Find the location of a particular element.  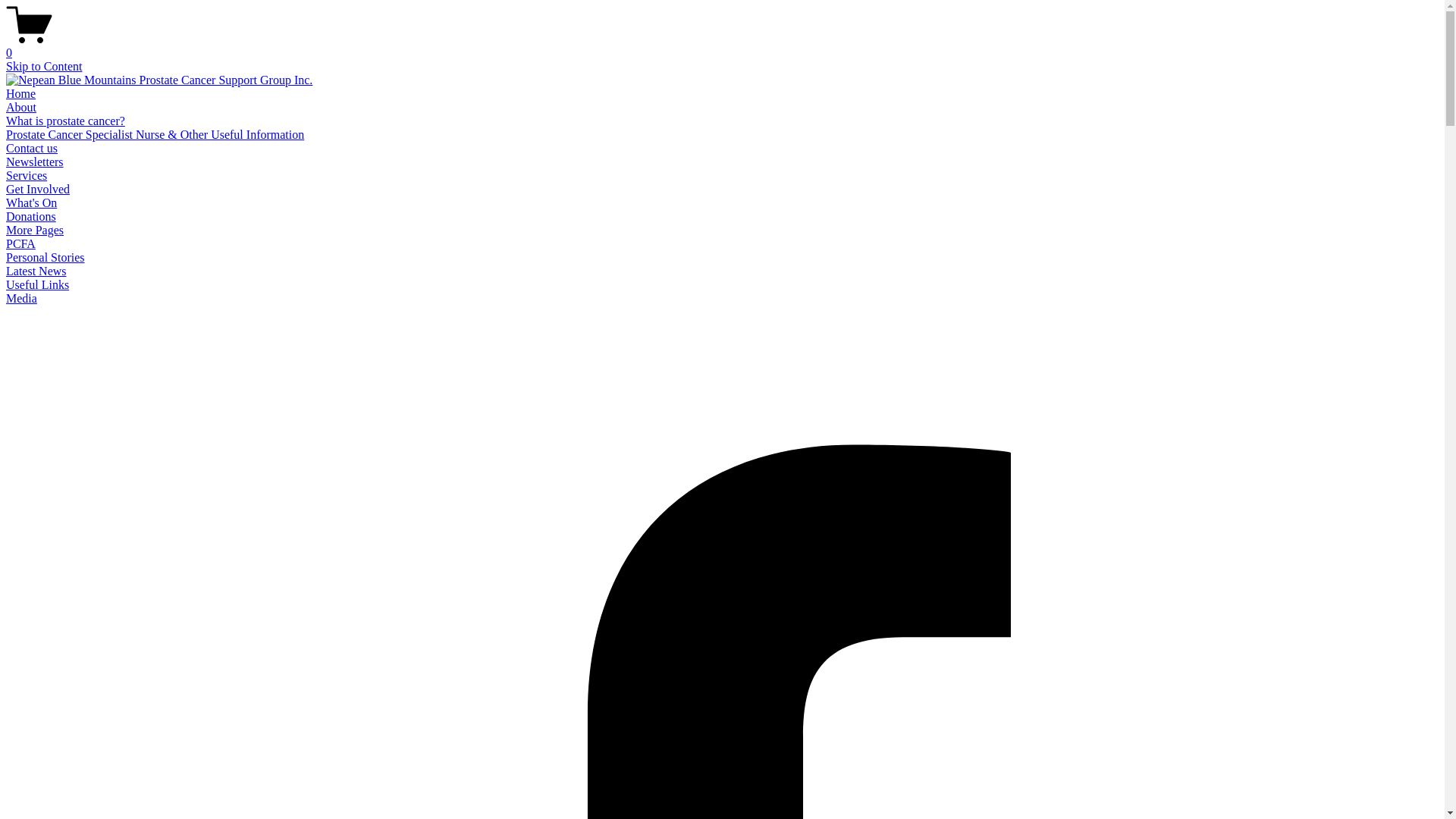

'Home' is located at coordinates (20, 93).